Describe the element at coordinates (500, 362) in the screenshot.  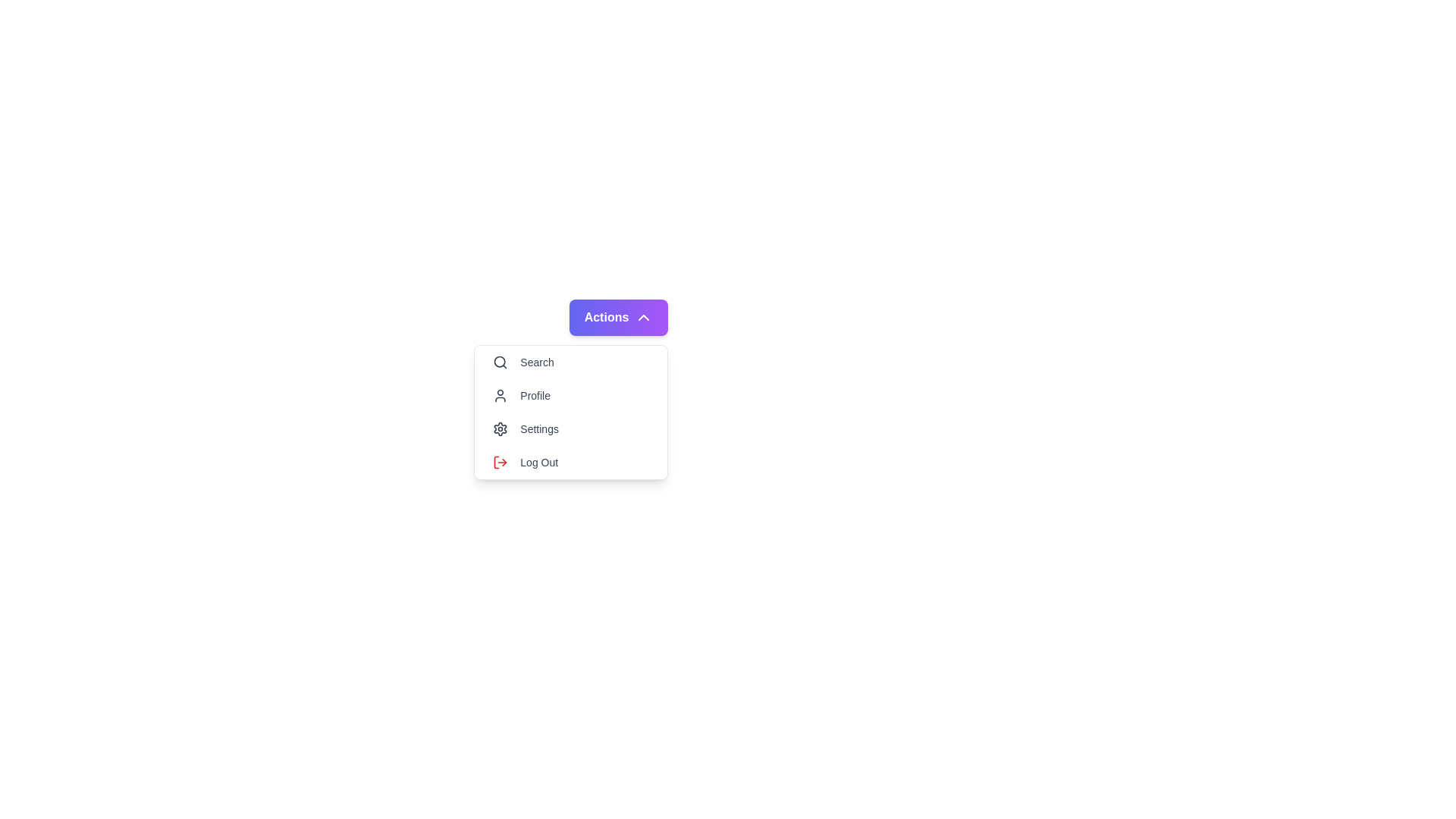
I see `the search icon located to the left of the 'Search' label in the first menu entry at the top of the list of options` at that location.